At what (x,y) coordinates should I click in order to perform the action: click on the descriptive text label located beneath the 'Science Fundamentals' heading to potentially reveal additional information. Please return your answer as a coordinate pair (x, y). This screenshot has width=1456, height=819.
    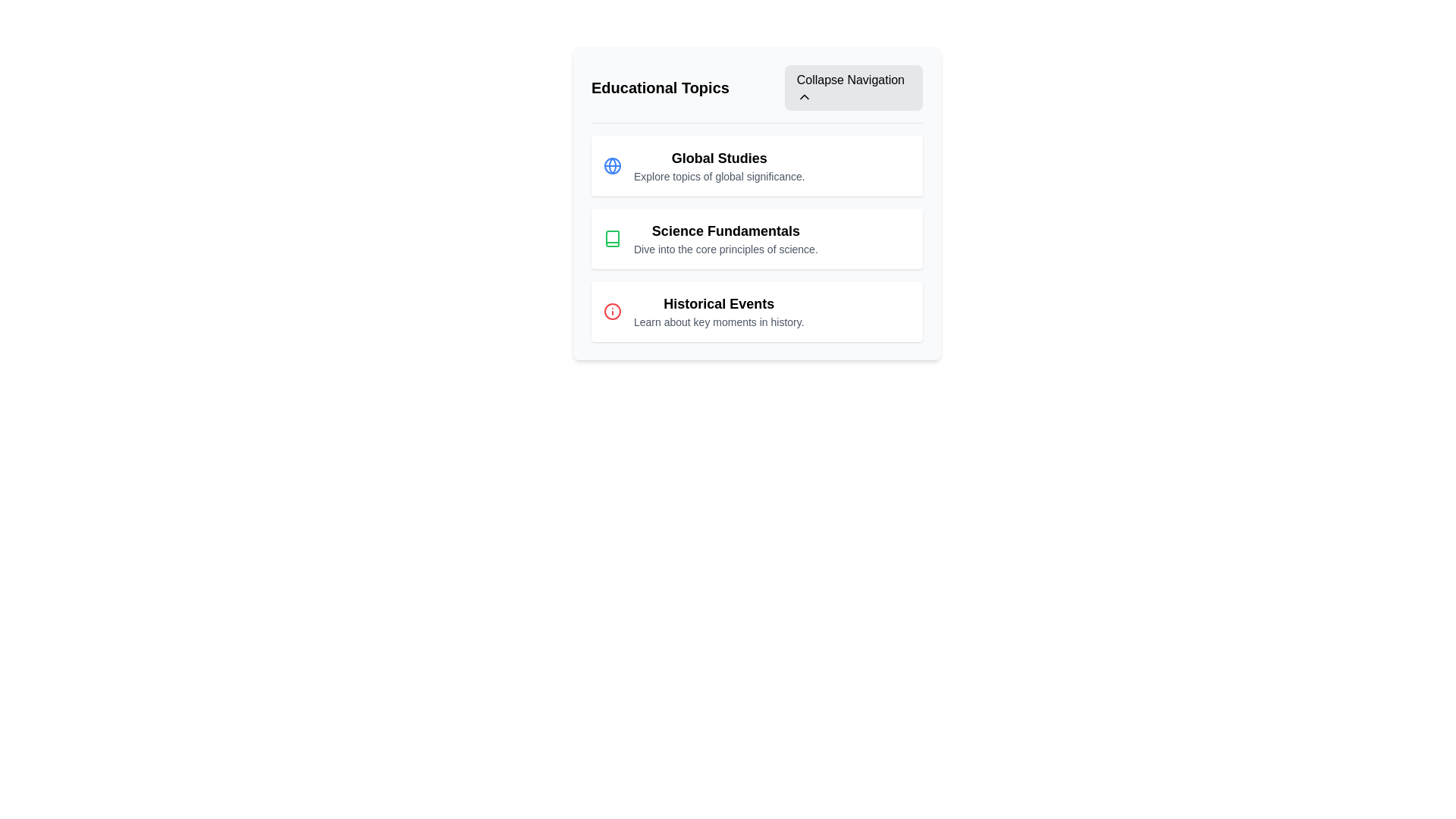
    Looking at the image, I should click on (725, 248).